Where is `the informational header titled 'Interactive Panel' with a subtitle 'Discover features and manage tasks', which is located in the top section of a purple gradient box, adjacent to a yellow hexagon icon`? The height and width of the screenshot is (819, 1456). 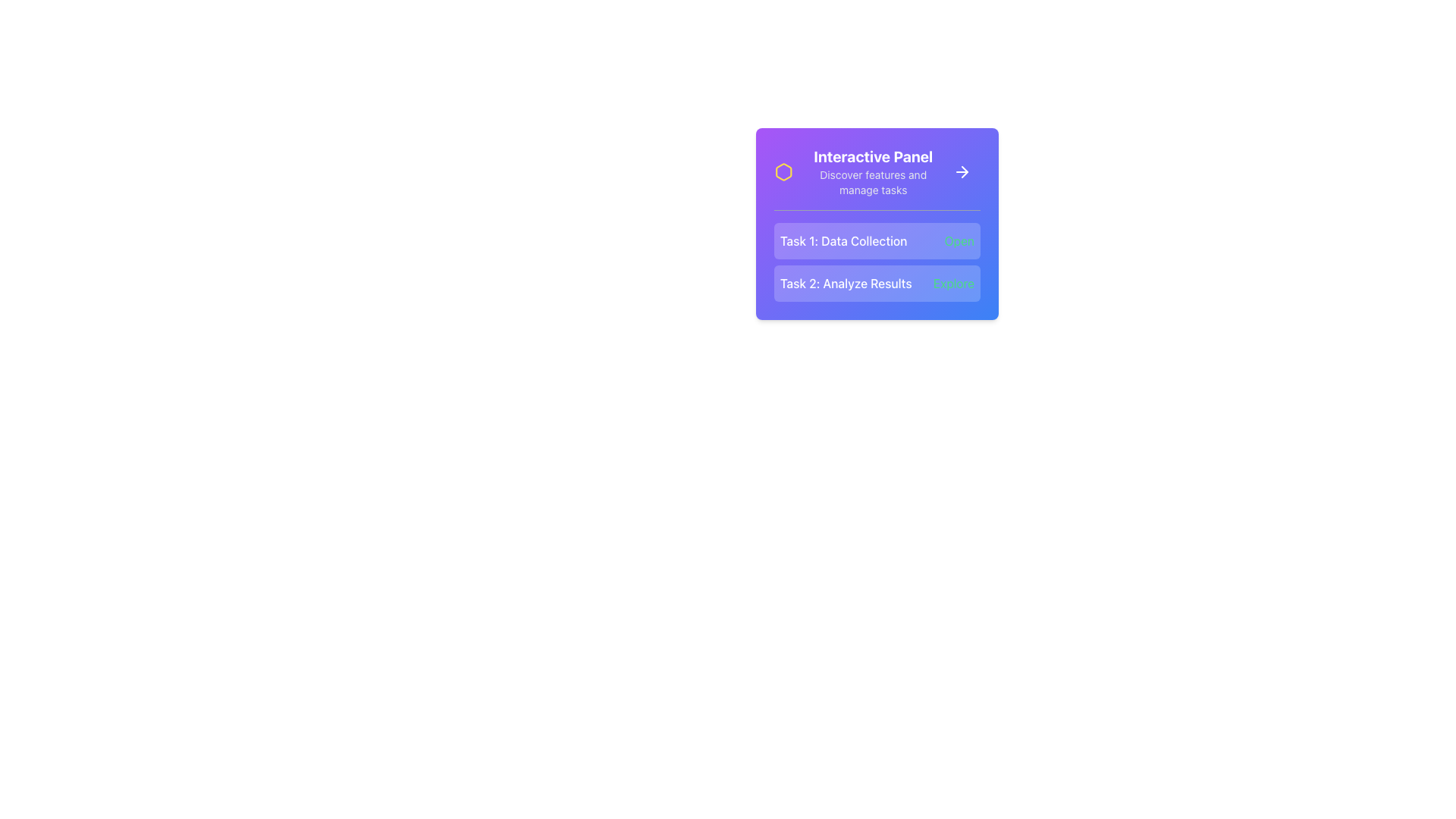
the informational header titled 'Interactive Panel' with a subtitle 'Discover features and manage tasks', which is located in the top section of a purple gradient box, adjacent to a yellow hexagon icon is located at coordinates (858, 171).